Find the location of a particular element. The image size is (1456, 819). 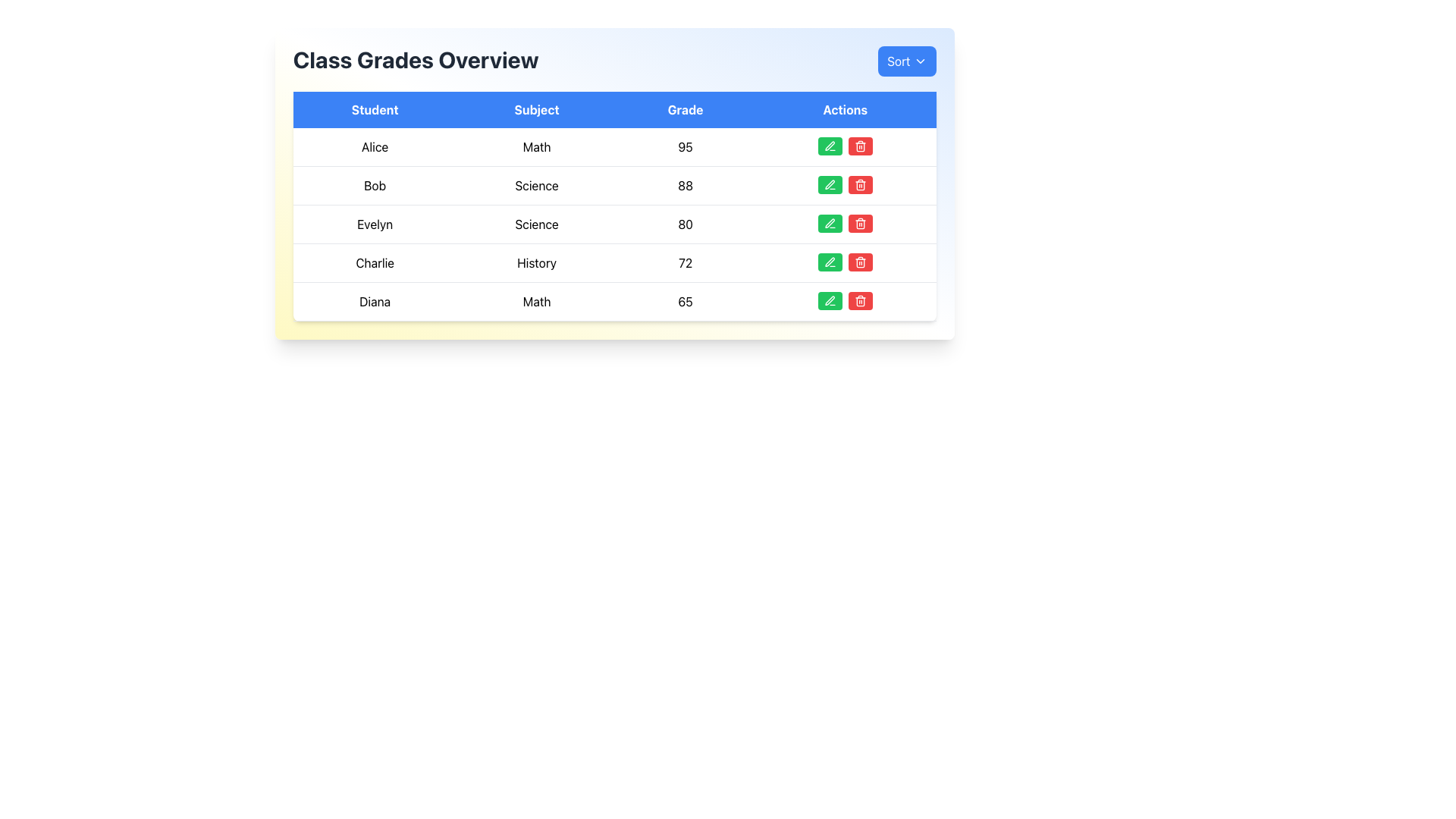

the red button with a white trash bin icon in the Actions column of the second row for 'Bob' in the subject 'Science' is located at coordinates (860, 184).